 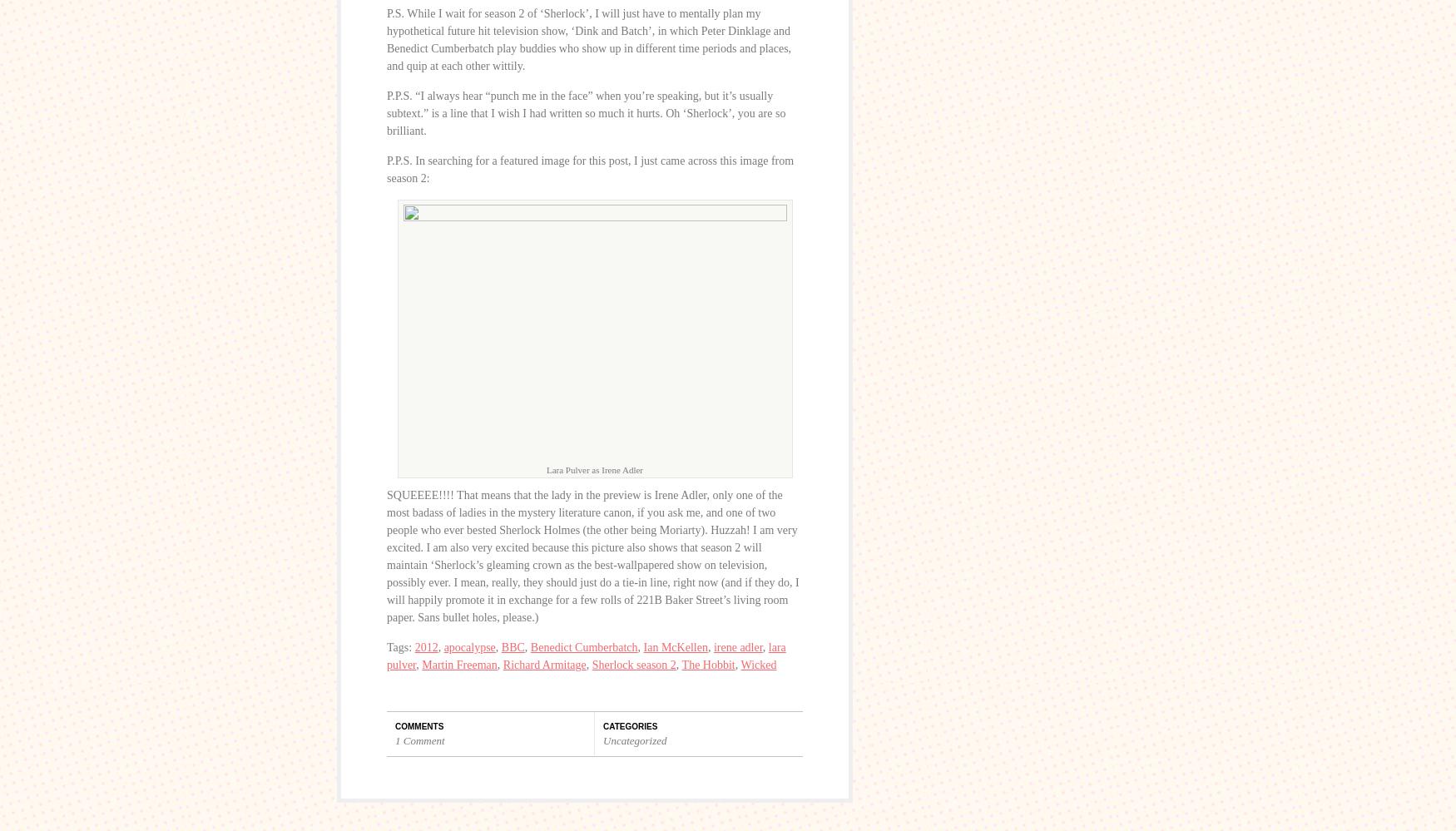 What do you see at coordinates (469, 647) in the screenshot?
I see `'apocalypse'` at bounding box center [469, 647].